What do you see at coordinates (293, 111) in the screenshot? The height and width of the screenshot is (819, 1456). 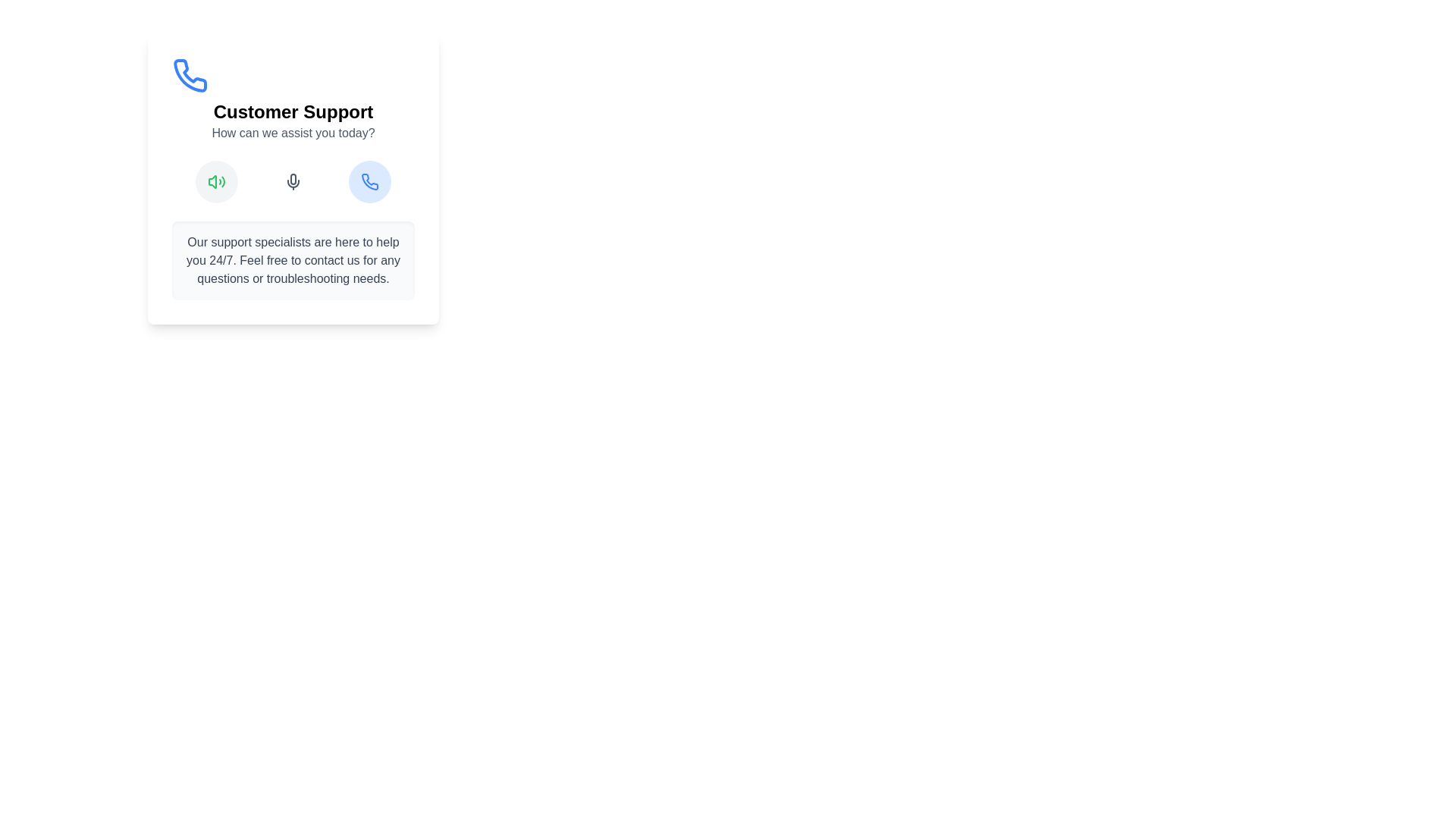 I see `main title text content located beneath a phone icon and above the text 'How can we assist you today?'` at bounding box center [293, 111].